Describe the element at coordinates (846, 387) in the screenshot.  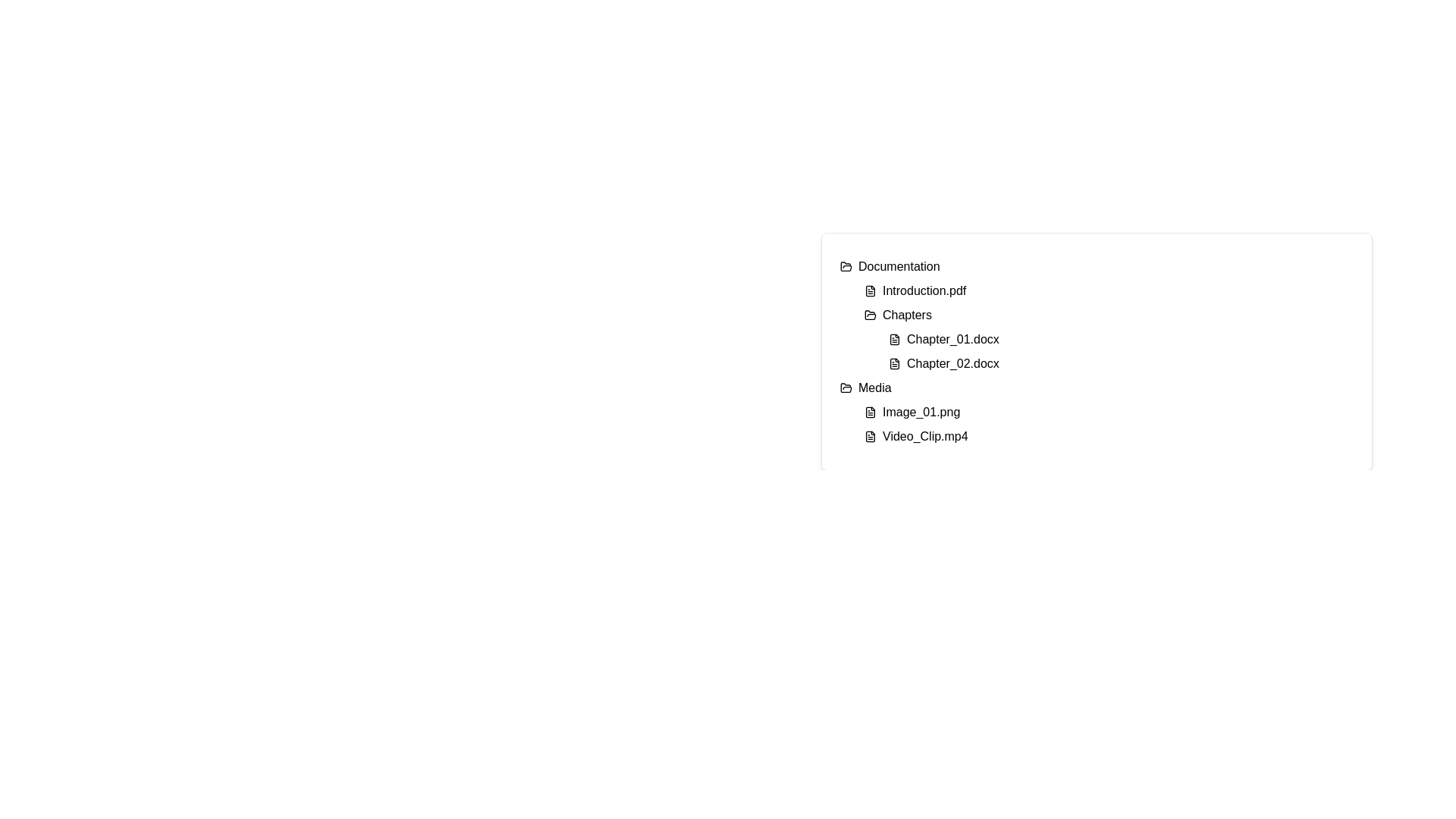
I see `the folder icon representing 'Media' in the file navigation pane to visually indicate its state as open` at that location.